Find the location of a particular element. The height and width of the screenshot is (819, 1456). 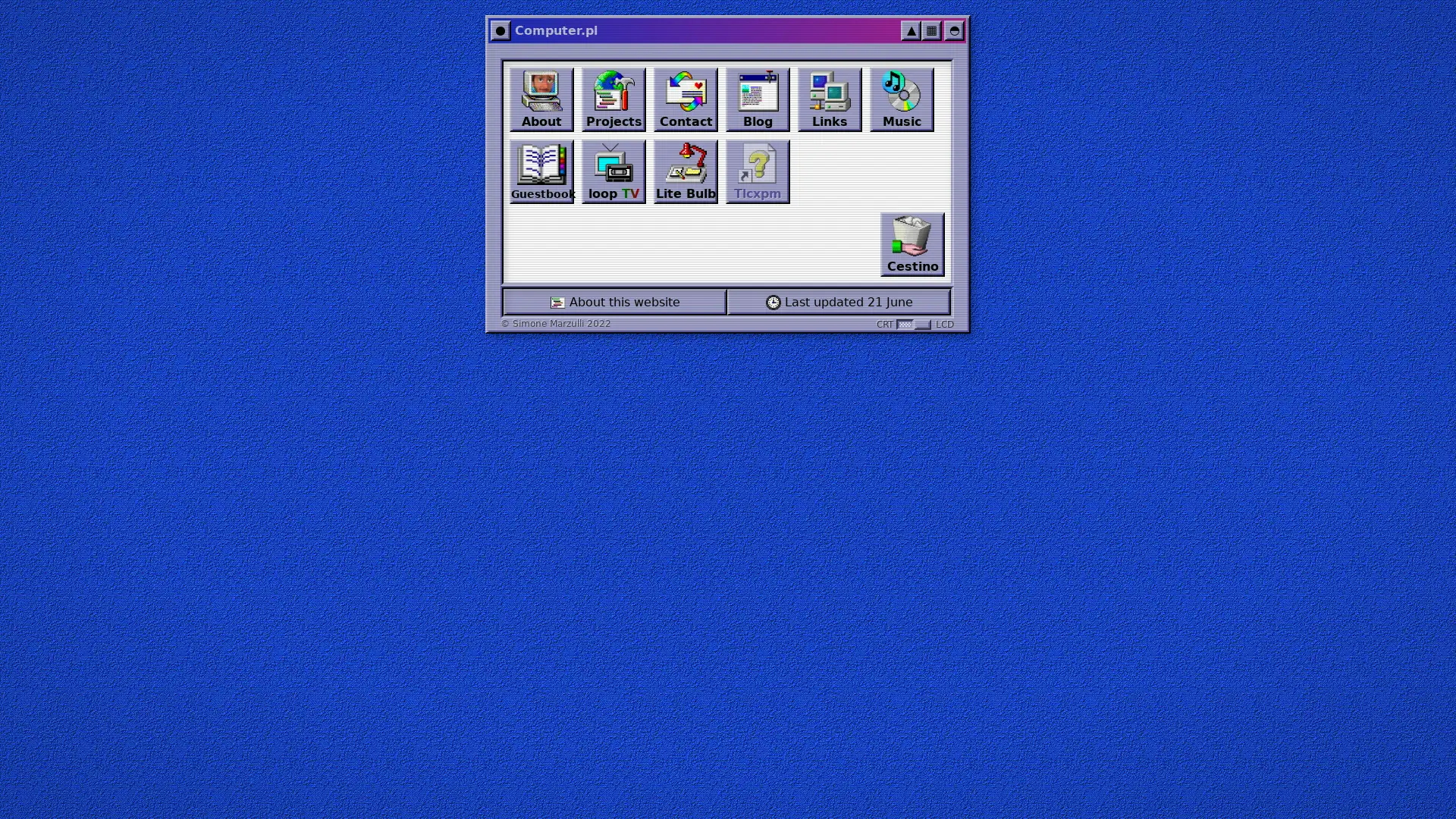

projects Projects is located at coordinates (613, 99).